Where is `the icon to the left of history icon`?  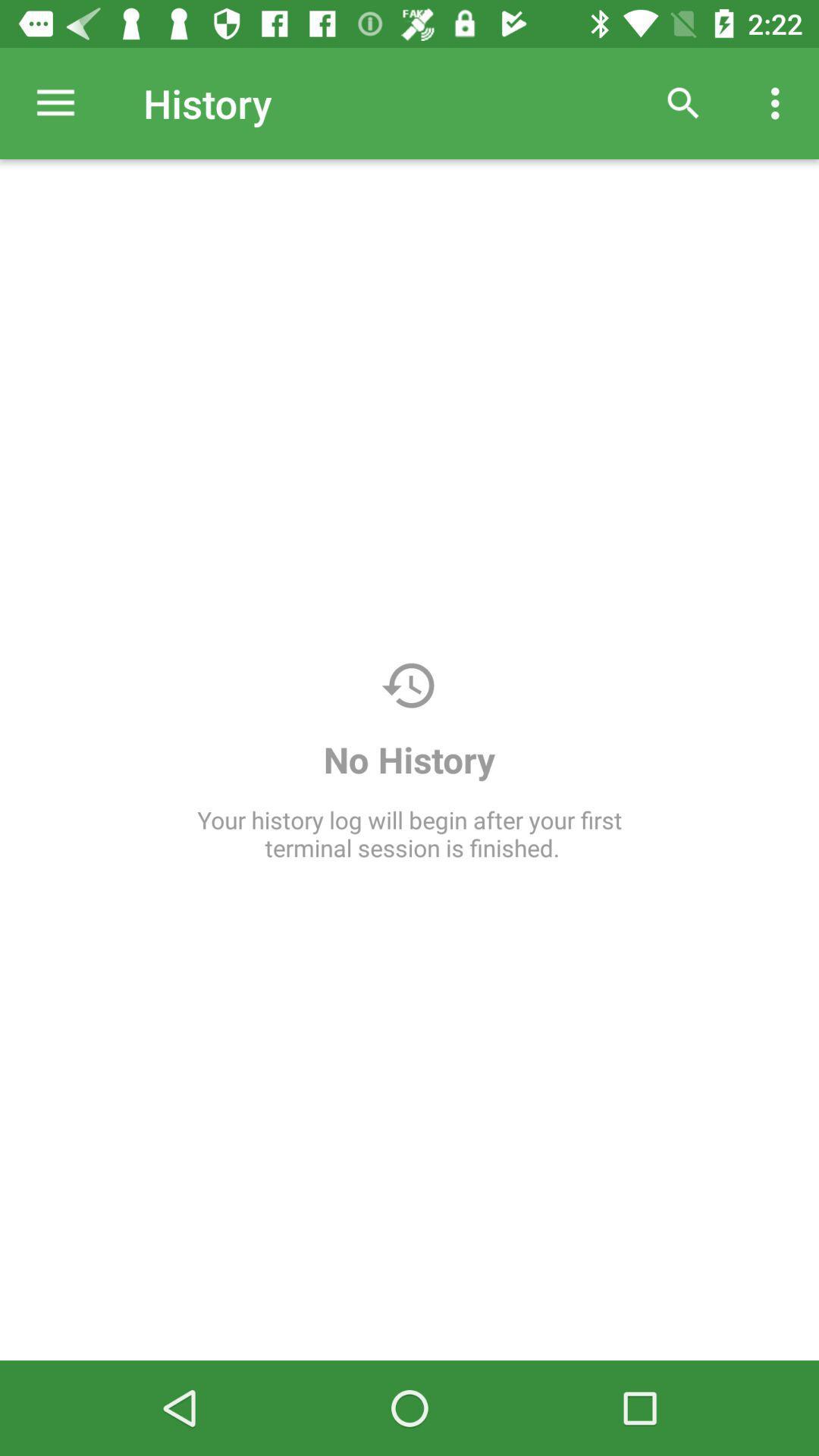 the icon to the left of history icon is located at coordinates (55, 102).